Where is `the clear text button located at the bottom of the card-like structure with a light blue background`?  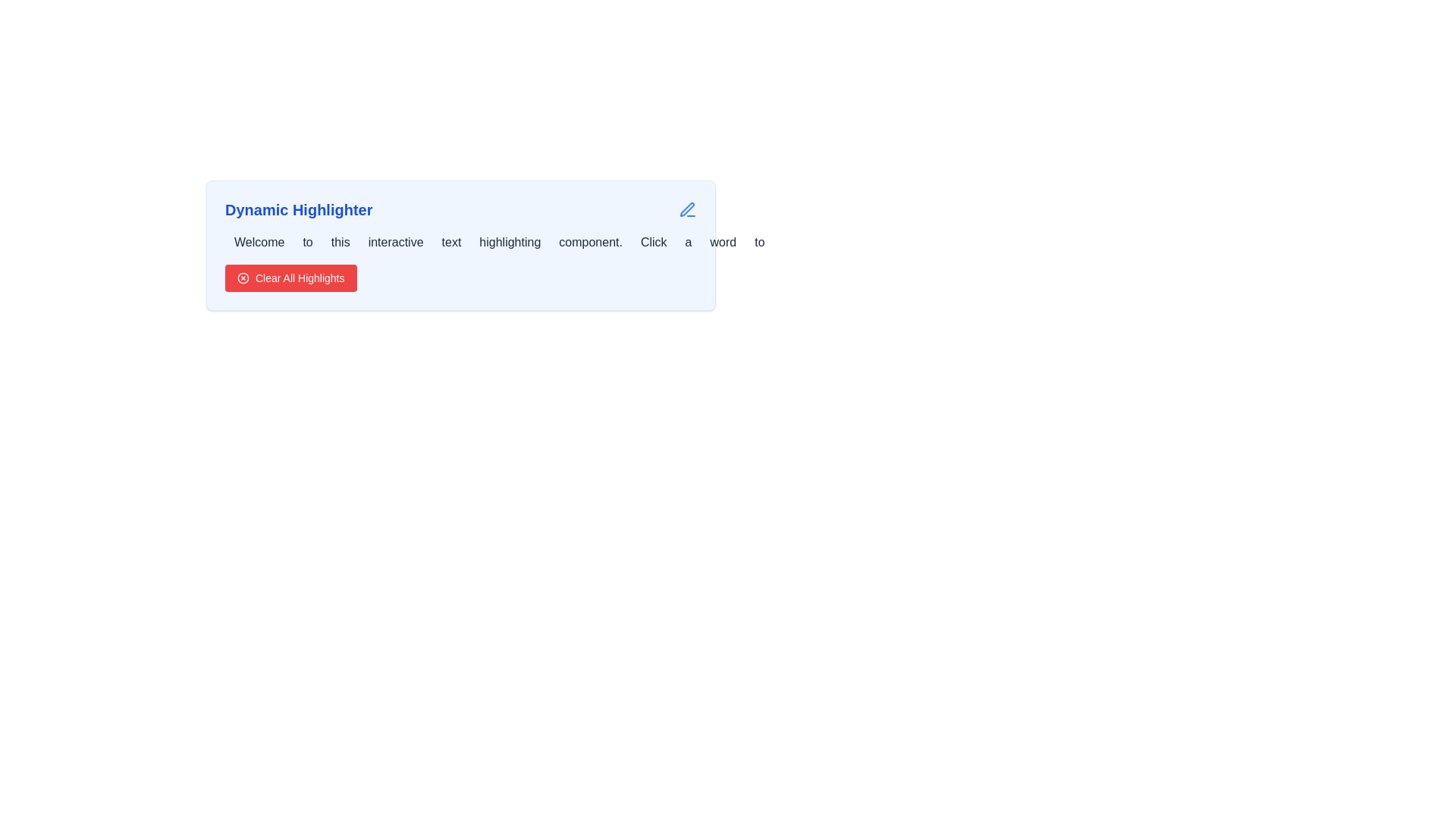
the clear text button located at the bottom of the card-like structure with a light blue background is located at coordinates (290, 278).